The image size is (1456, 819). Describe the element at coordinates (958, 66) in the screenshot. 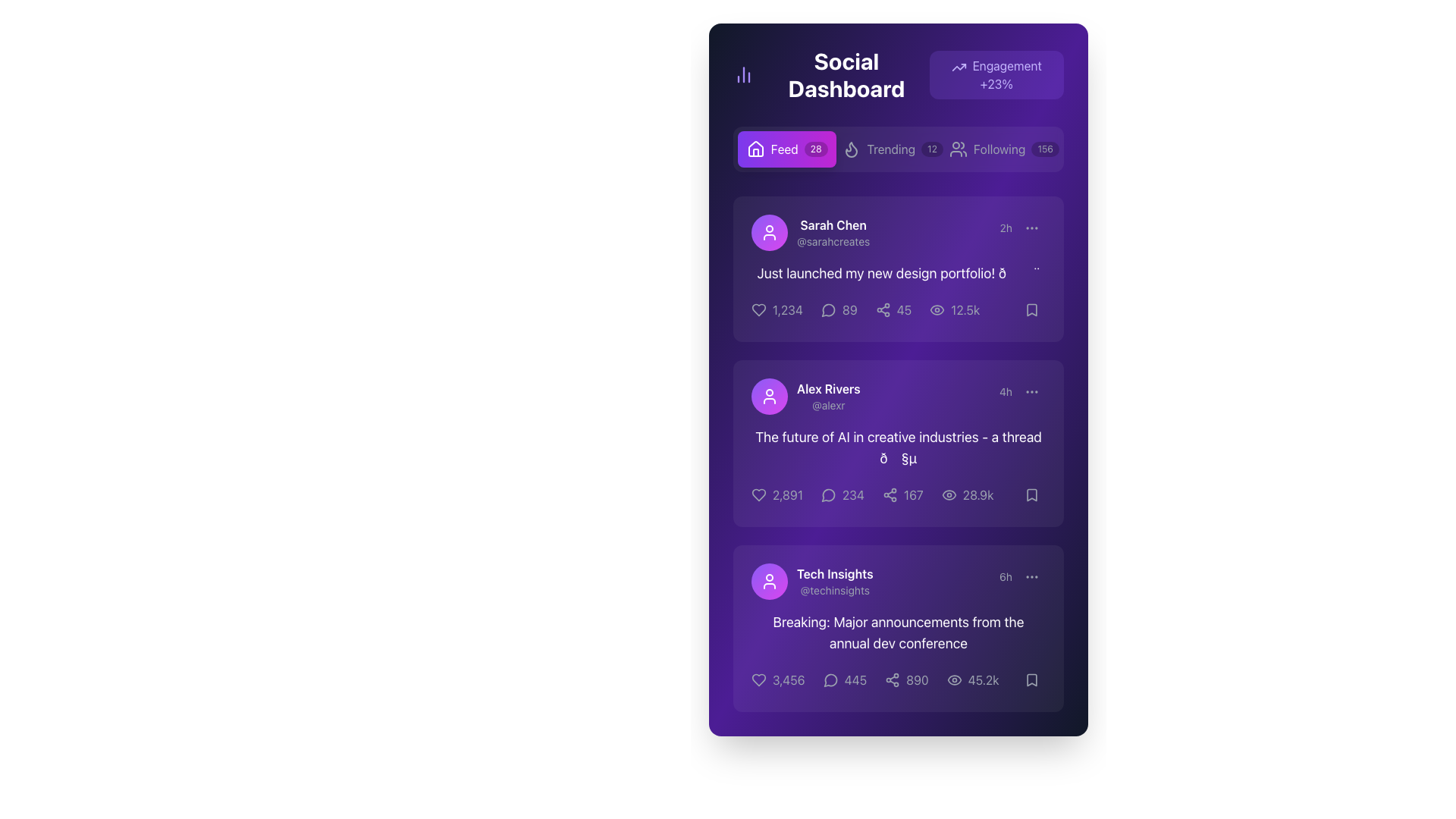

I see `the upward-trending arrow icon at the top-right corner of the view` at that location.